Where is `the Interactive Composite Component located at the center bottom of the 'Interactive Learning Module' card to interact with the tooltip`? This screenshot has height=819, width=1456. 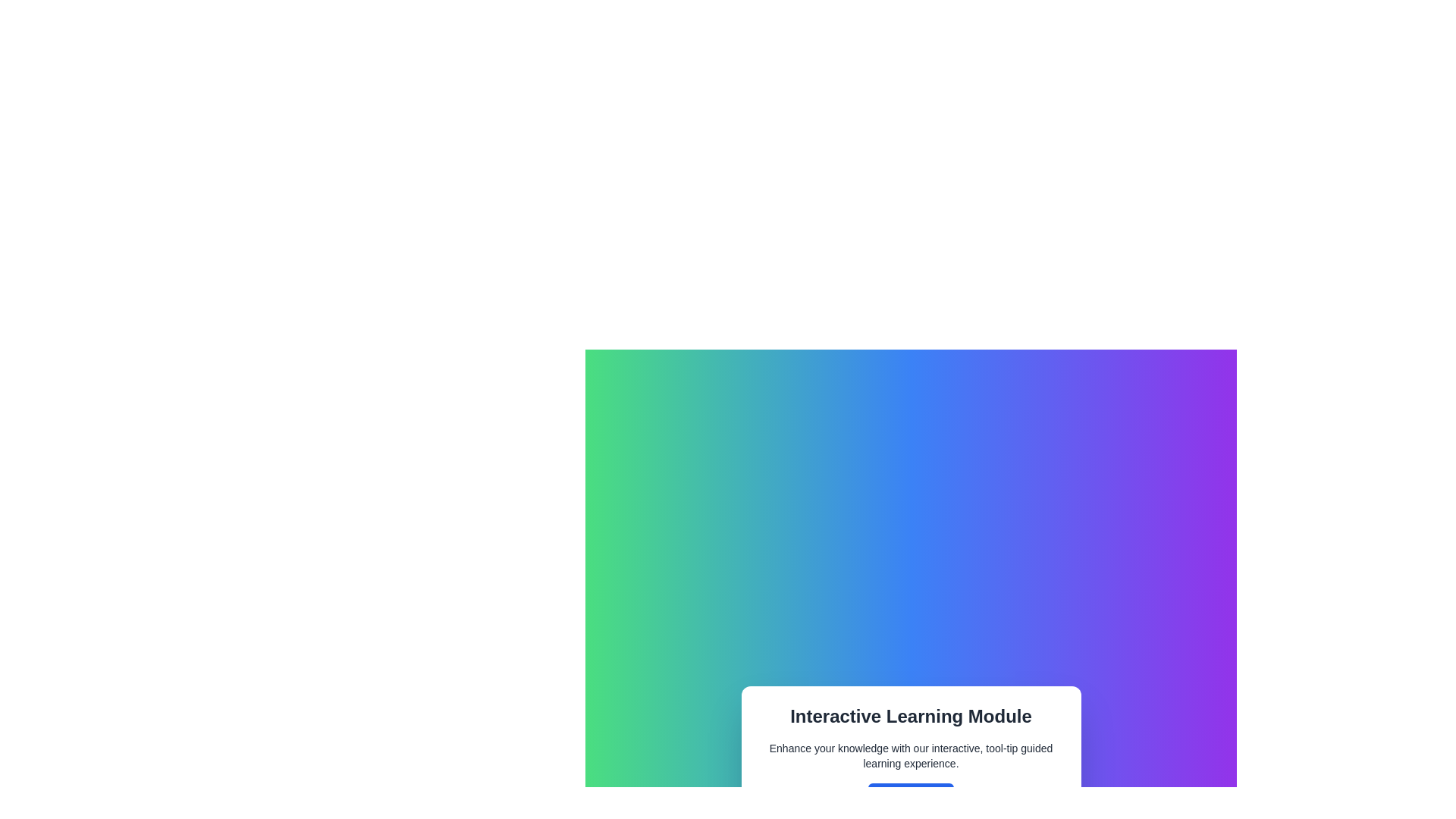
the Interactive Composite Component located at the center bottom of the 'Interactive Learning Module' card to interact with the tooltip is located at coordinates (910, 798).